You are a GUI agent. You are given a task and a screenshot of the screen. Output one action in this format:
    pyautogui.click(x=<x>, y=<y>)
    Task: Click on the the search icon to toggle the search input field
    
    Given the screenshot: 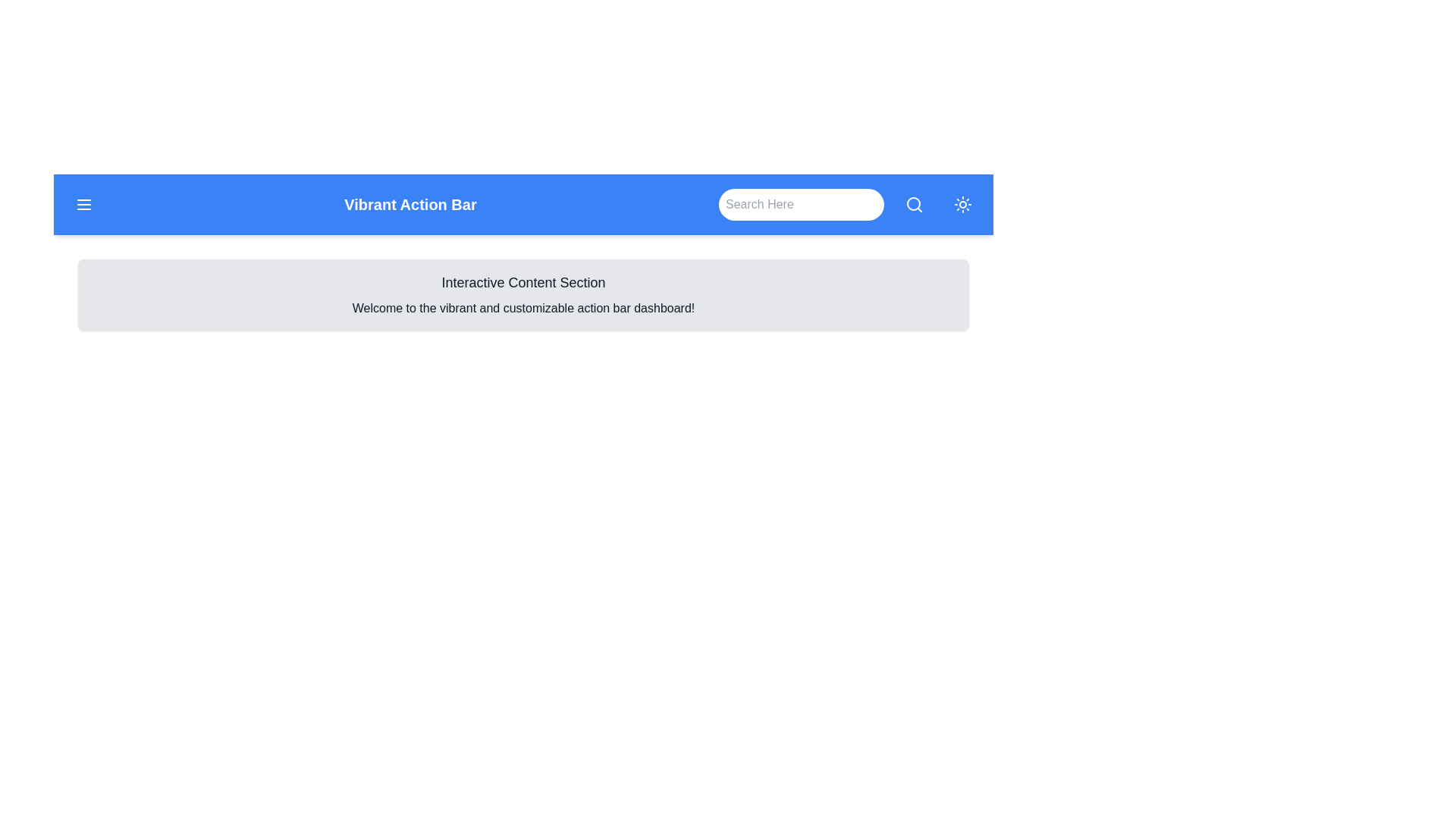 What is the action you would take?
    pyautogui.click(x=913, y=205)
    